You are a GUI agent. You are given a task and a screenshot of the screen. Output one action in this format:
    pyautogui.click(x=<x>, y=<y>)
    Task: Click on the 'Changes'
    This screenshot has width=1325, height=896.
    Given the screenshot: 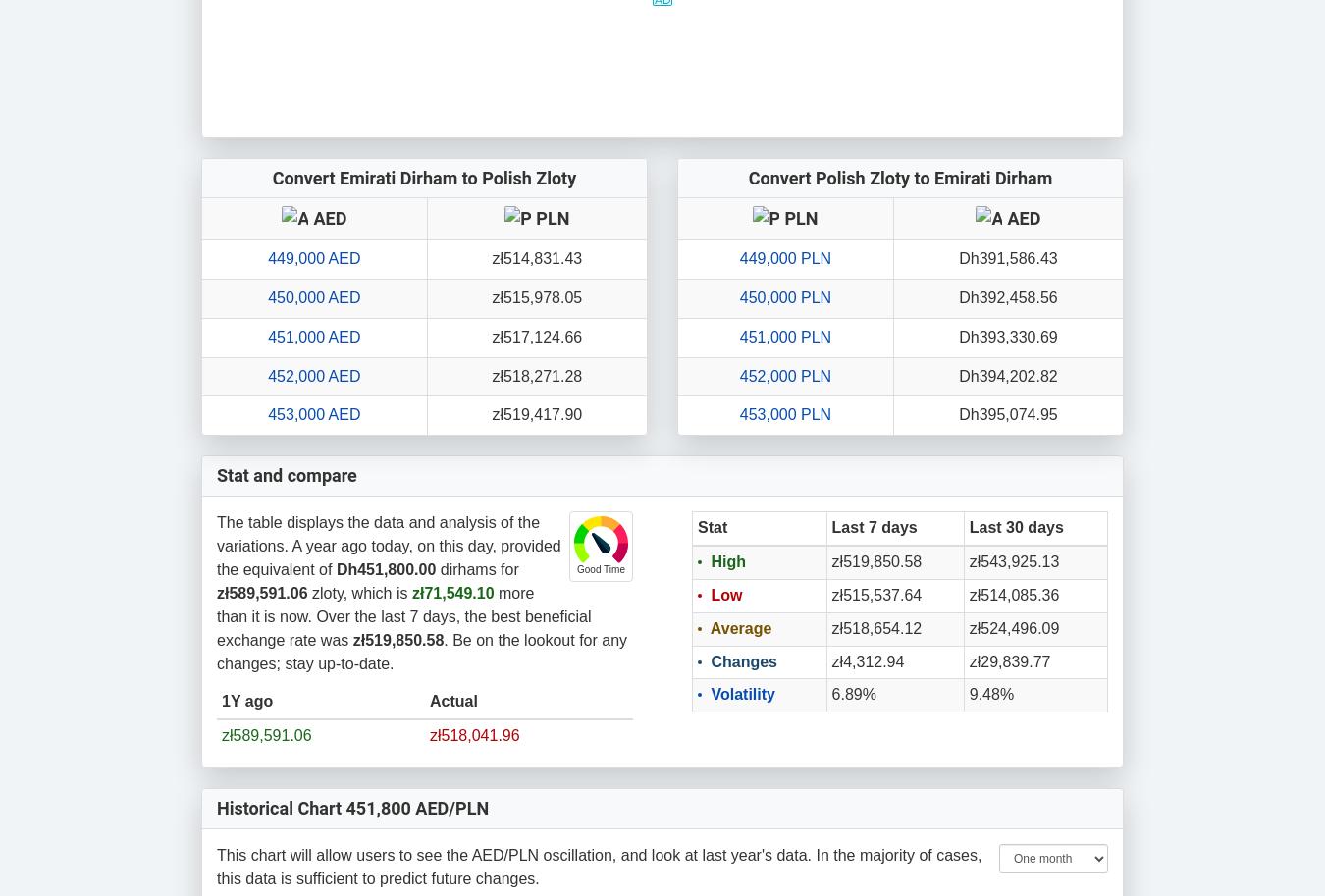 What is the action you would take?
    pyautogui.click(x=705, y=660)
    